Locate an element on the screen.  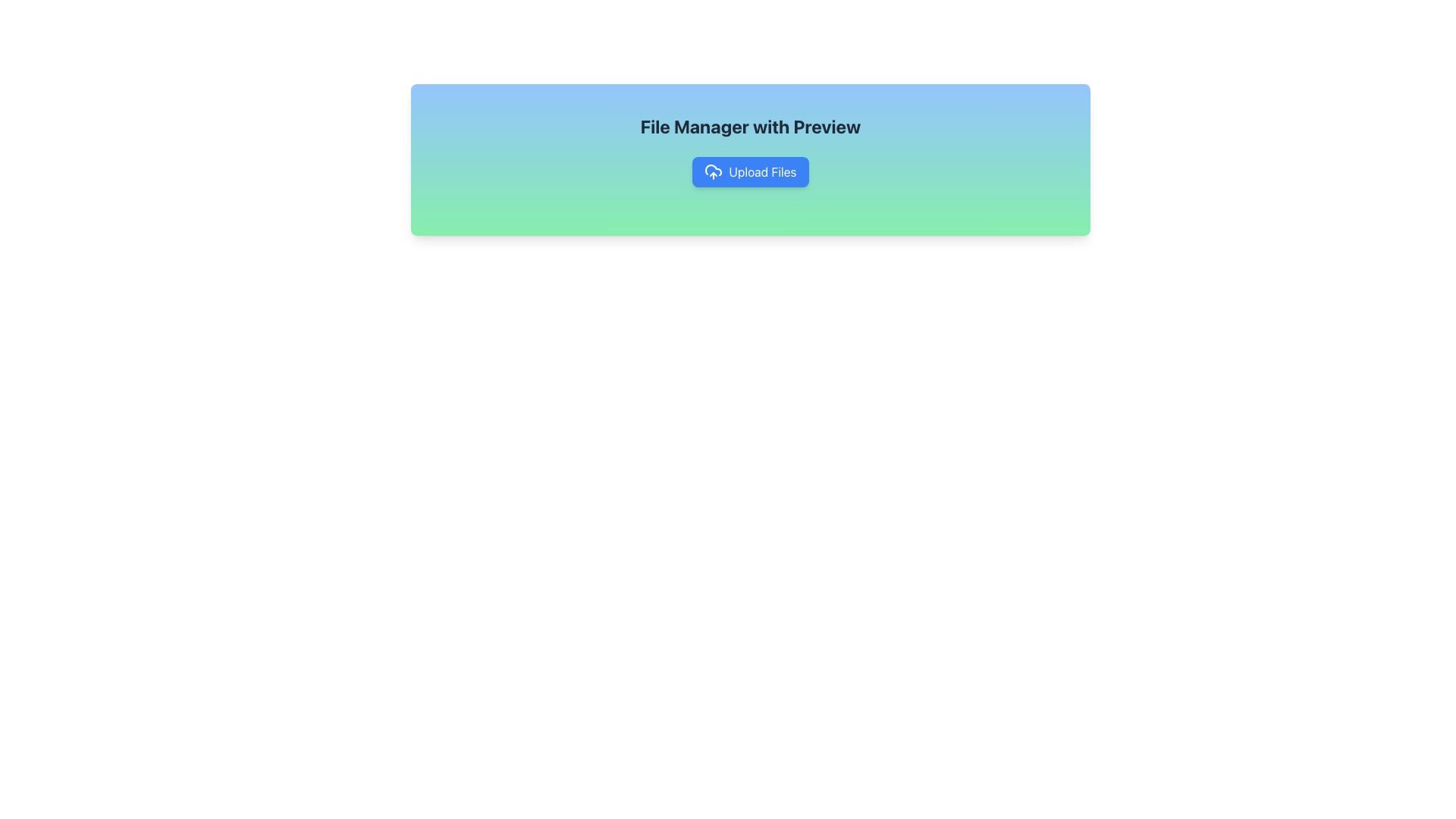
the bold and large-sized text reading 'File Manager with Preview' that is styled with a dark gray font and centered within a gradient background is located at coordinates (750, 125).